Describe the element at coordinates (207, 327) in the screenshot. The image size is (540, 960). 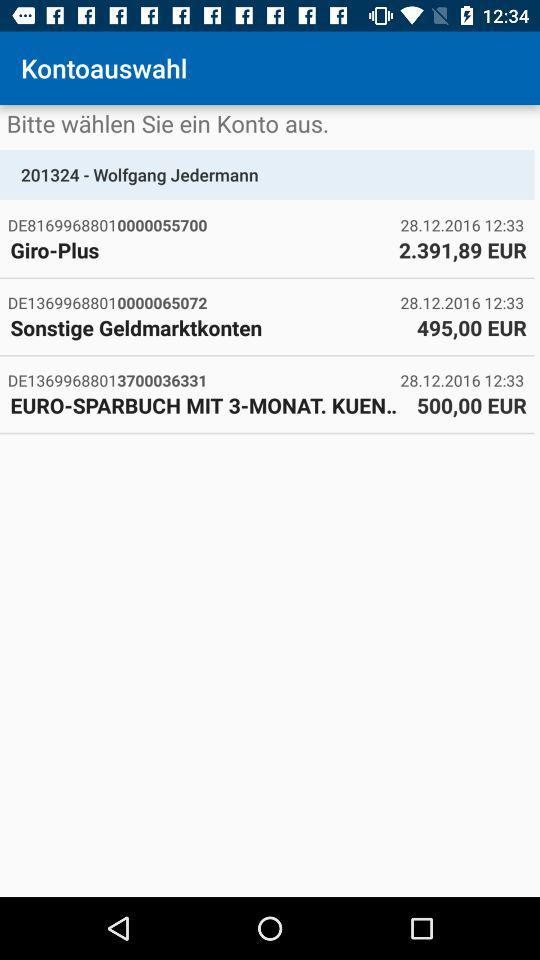
I see `the icon to the left of the 495,00 eur item` at that location.